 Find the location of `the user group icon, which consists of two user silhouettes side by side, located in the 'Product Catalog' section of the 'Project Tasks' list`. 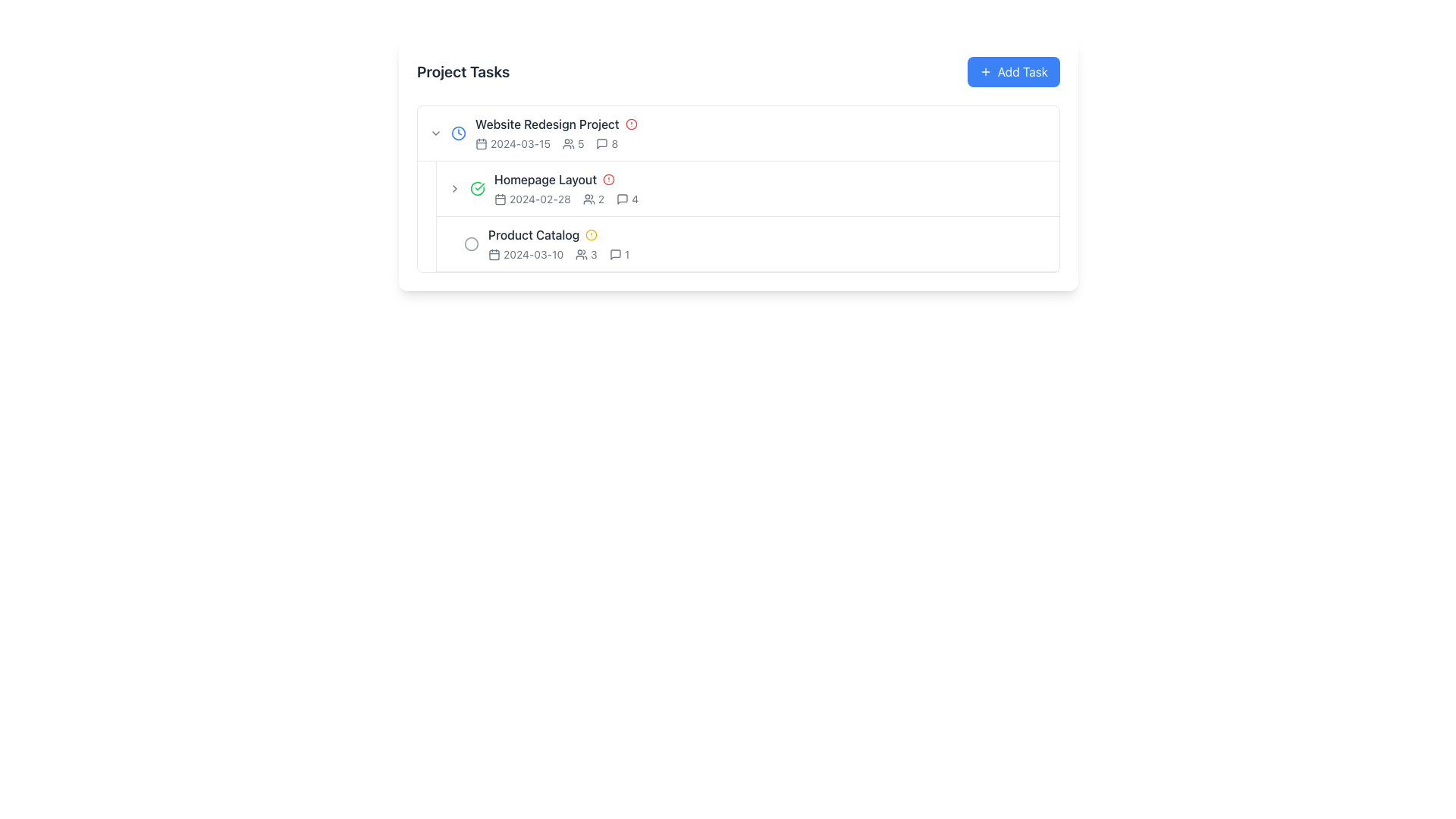

the user group icon, which consists of two user silhouettes side by side, located in the 'Product Catalog' section of the 'Project Tasks' list is located at coordinates (581, 253).